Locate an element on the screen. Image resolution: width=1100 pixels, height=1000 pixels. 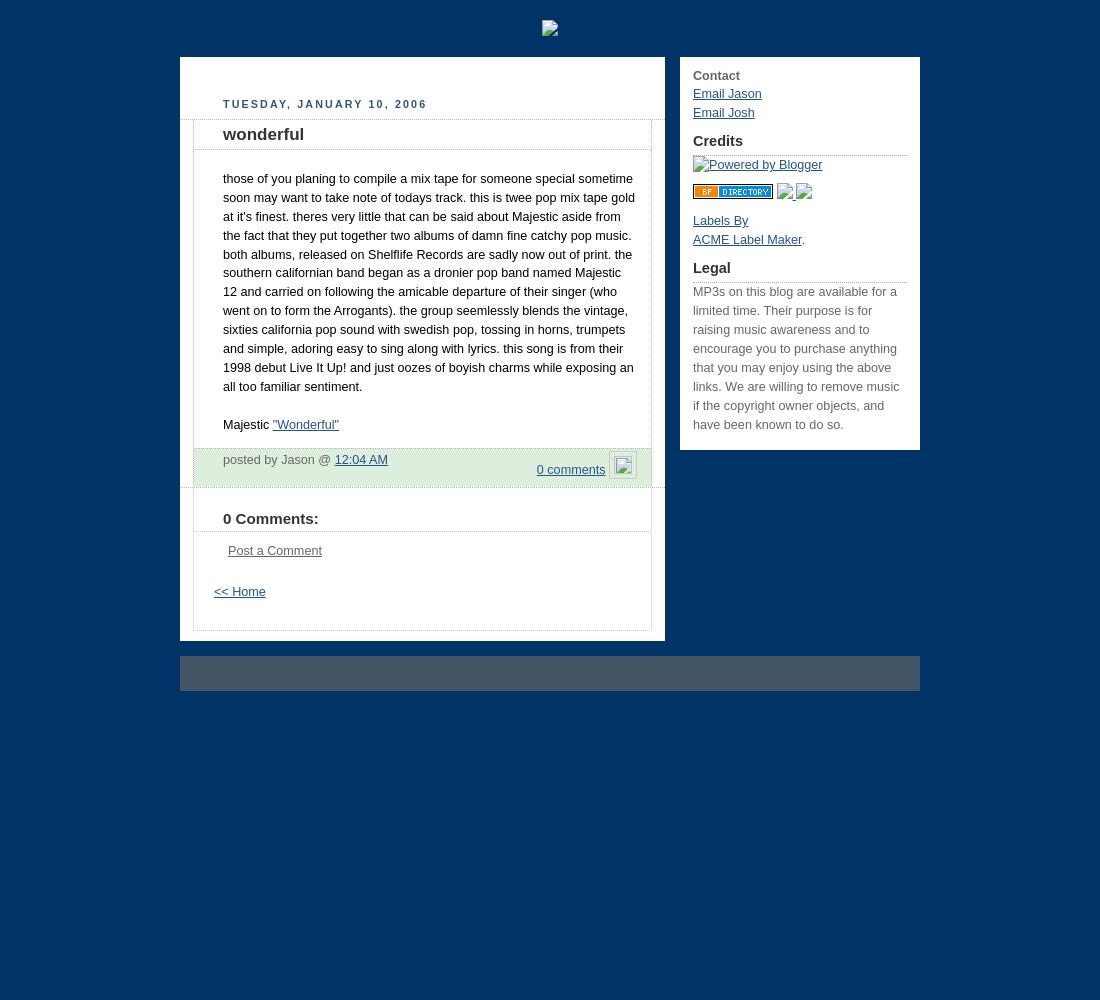
'Contact' is located at coordinates (714, 74).